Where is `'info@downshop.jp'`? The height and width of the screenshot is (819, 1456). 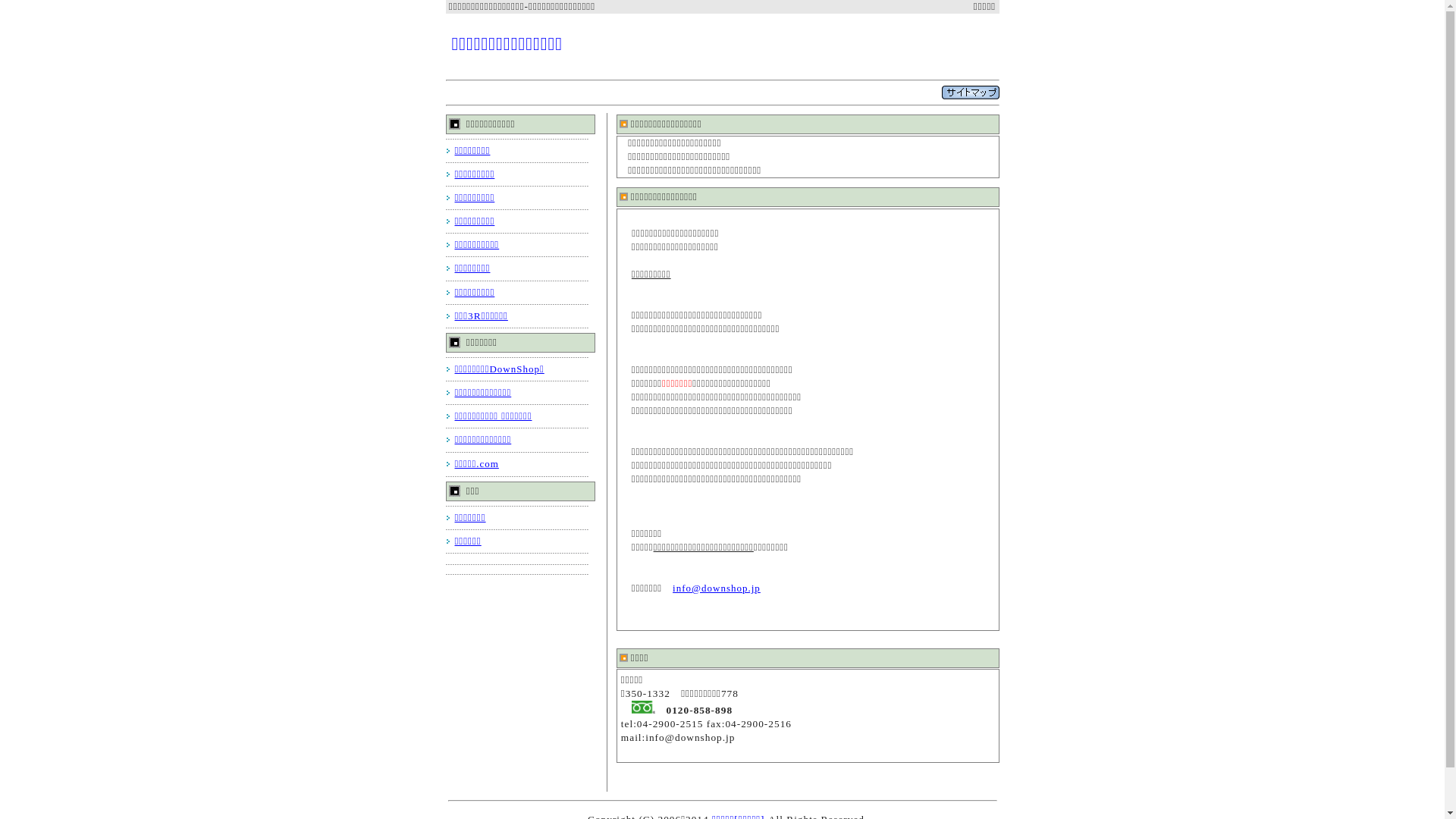 'info@downshop.jp' is located at coordinates (716, 587).